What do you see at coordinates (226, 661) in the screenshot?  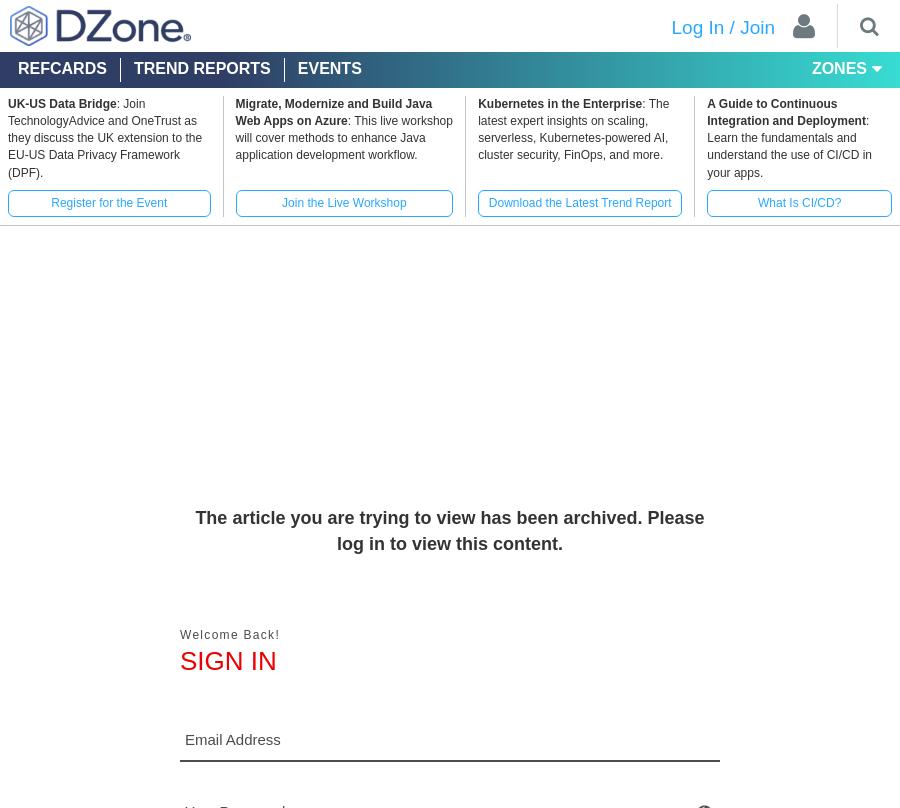 I see `'Sign In'` at bounding box center [226, 661].